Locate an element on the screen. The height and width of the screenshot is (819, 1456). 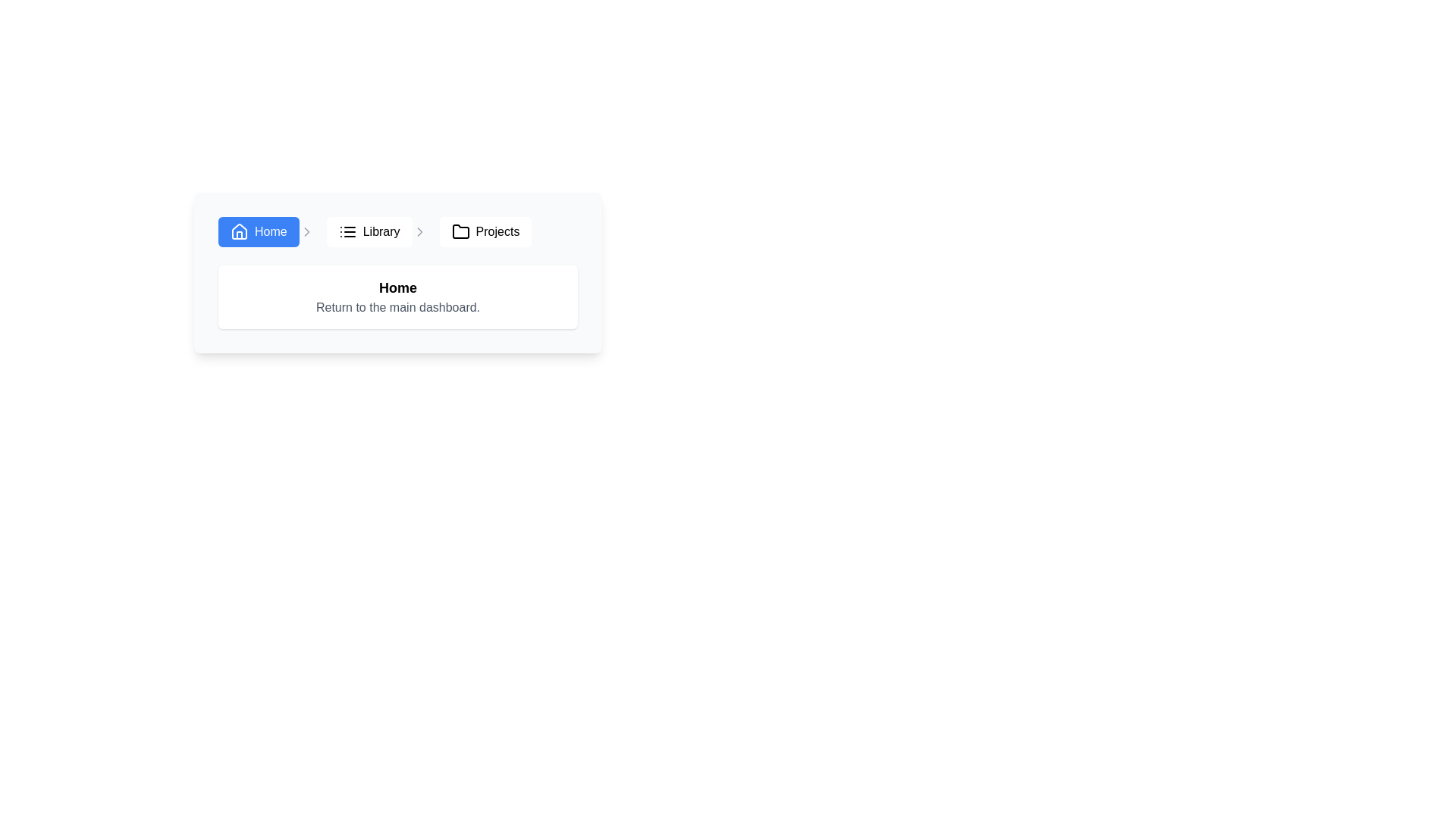
the chevron icon in the breadcrumb navigation bar that separates the Library tab and the Projects tab is located at coordinates (419, 231).